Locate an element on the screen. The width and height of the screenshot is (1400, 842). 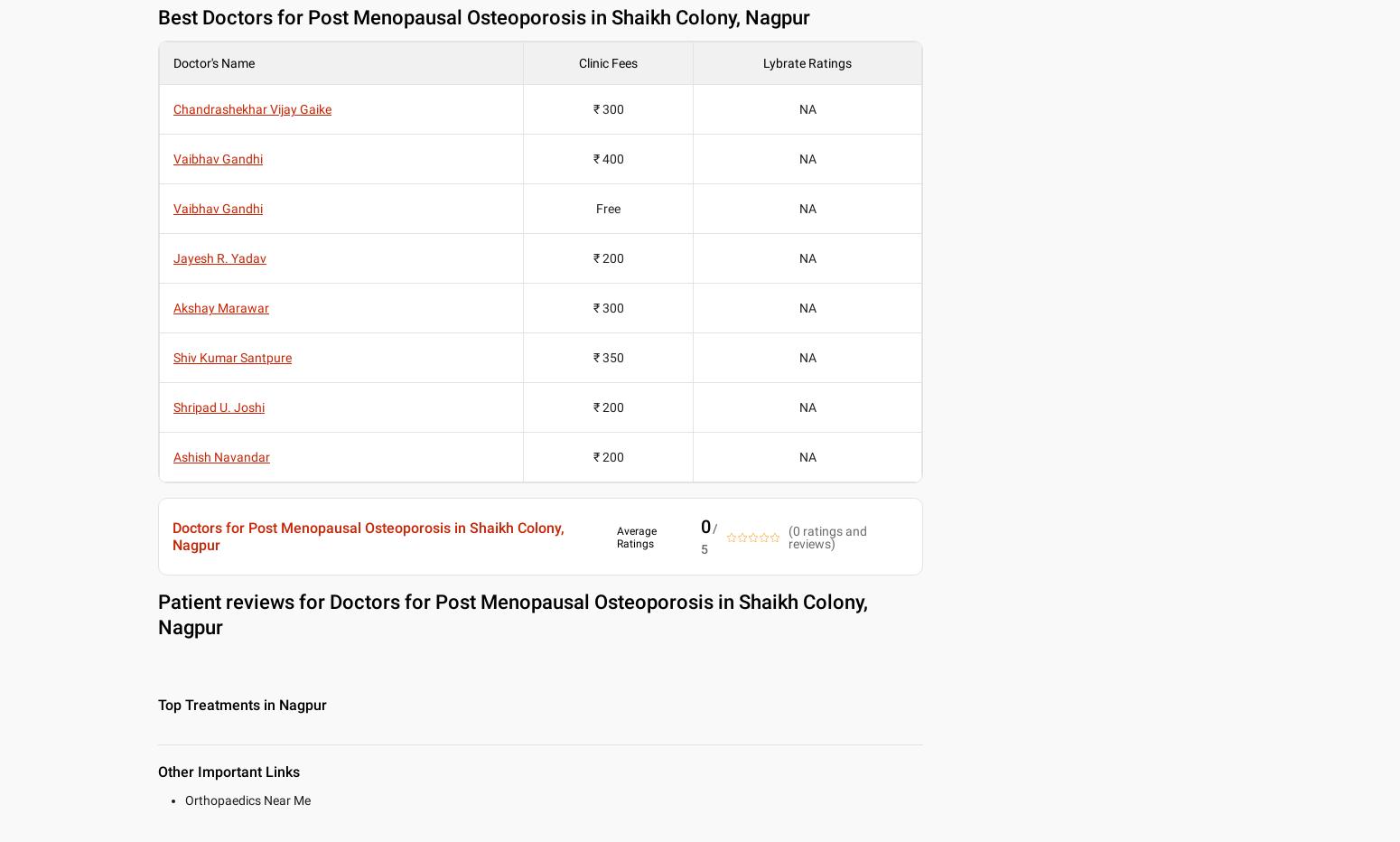
'Other Important Links' is located at coordinates (229, 771).